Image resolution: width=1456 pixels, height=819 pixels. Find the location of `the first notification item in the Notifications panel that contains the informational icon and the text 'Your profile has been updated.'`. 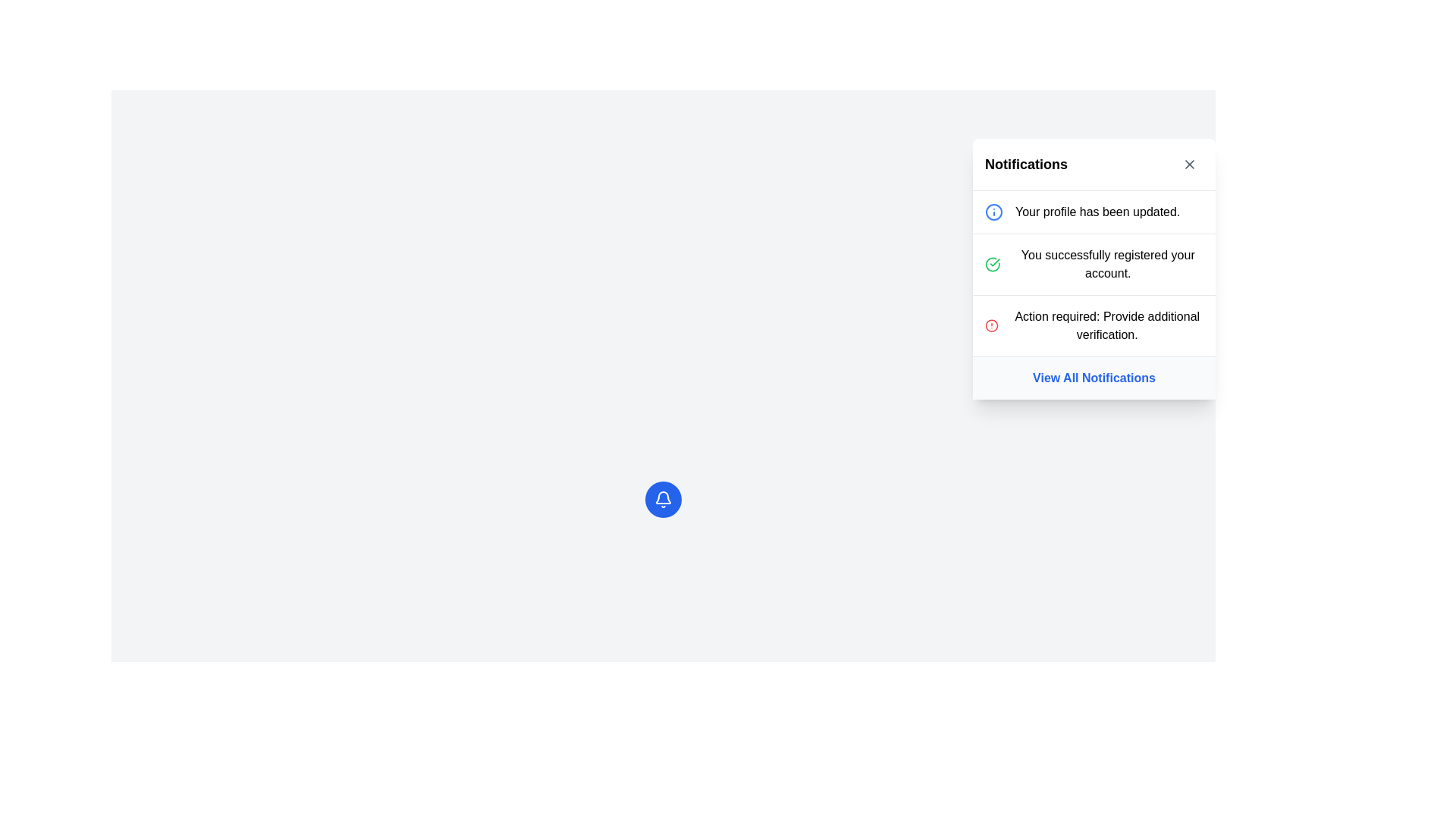

the first notification item in the Notifications panel that contains the informational icon and the text 'Your profile has been updated.' is located at coordinates (1094, 212).